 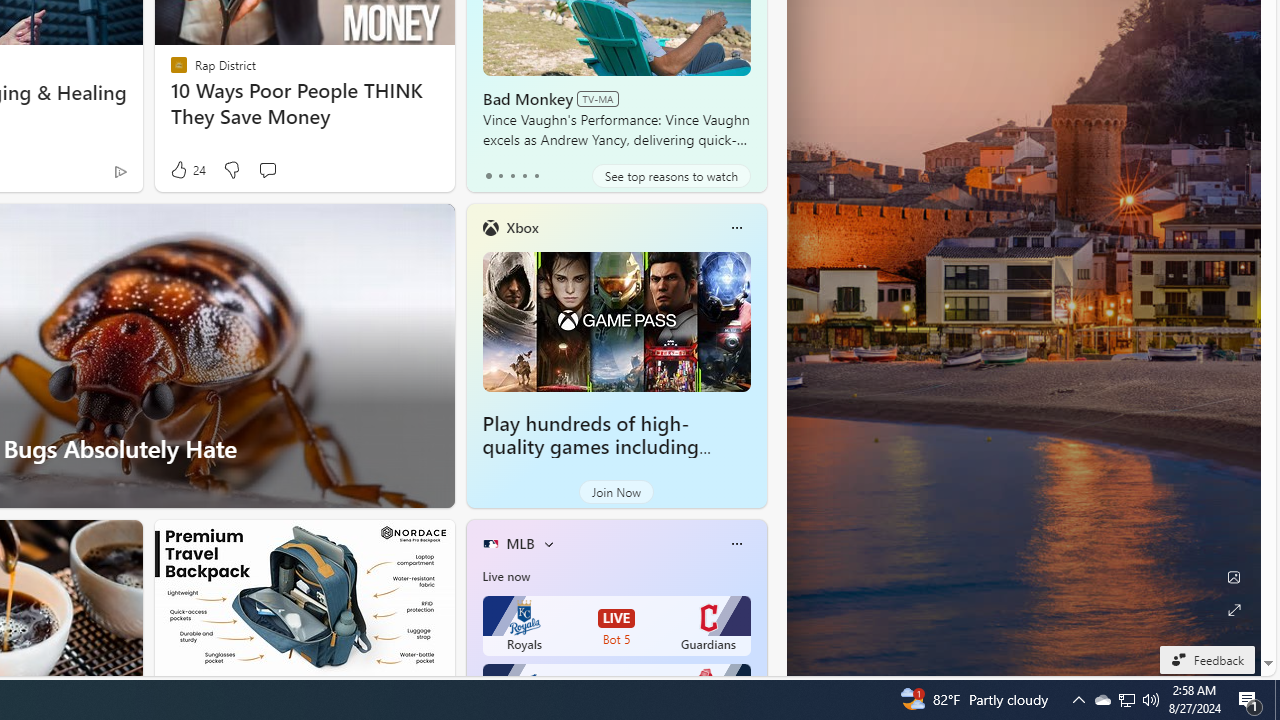 I want to click on 'Join Now', so click(x=615, y=492).